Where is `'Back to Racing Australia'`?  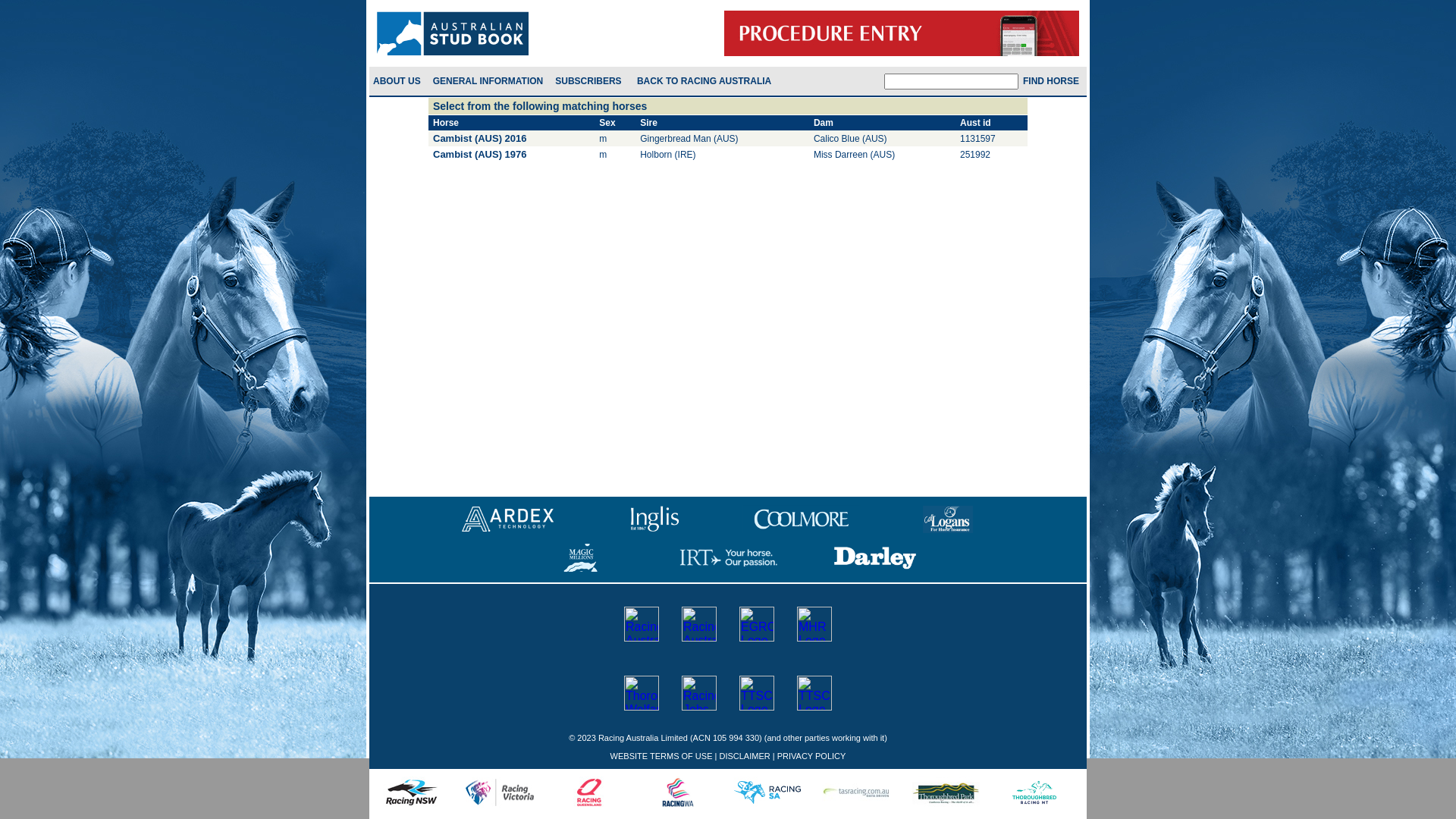 'Back to Racing Australia' is located at coordinates (705, 81).